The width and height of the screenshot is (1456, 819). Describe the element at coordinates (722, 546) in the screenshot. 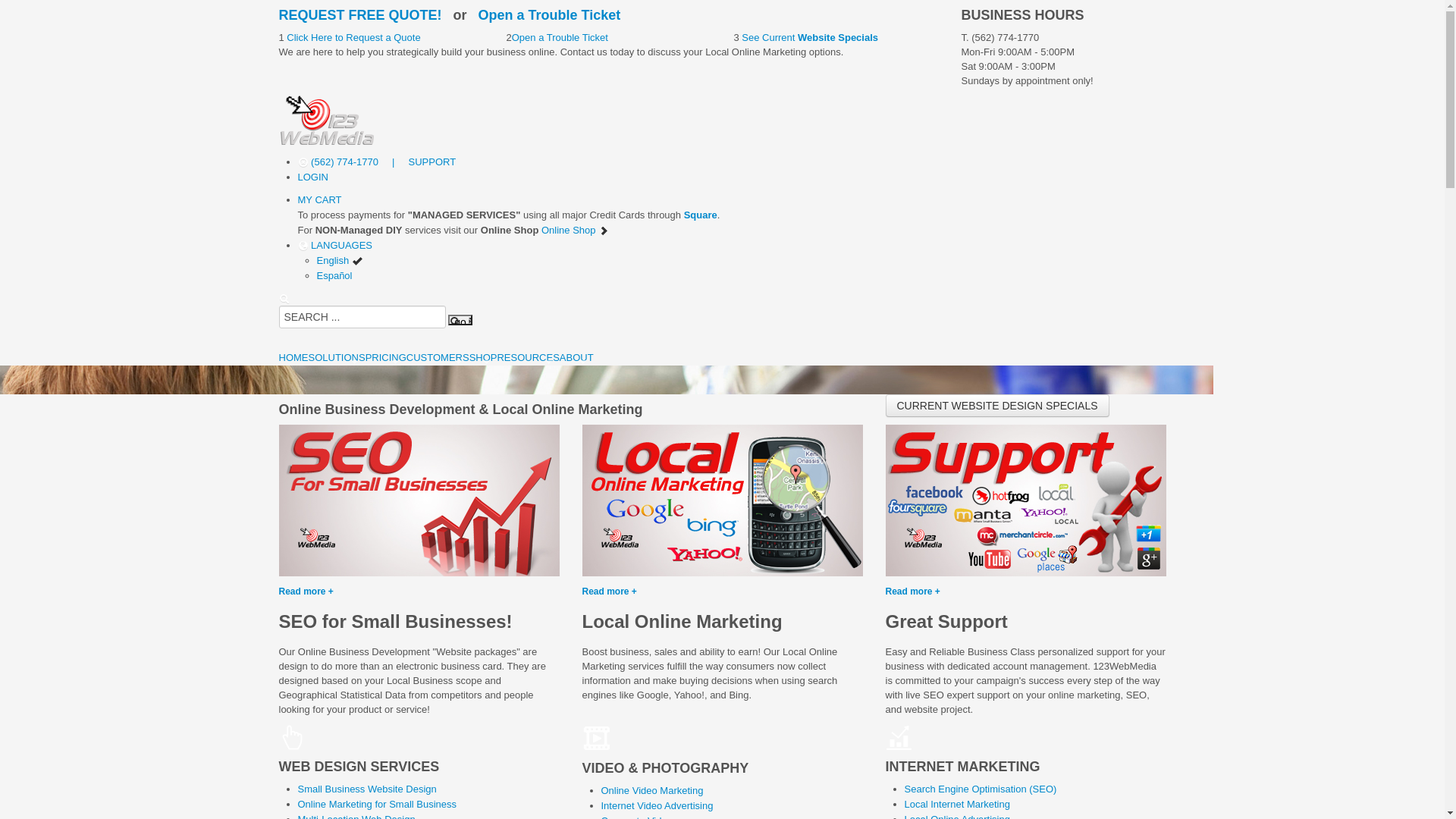

I see `'Read more +'` at that location.